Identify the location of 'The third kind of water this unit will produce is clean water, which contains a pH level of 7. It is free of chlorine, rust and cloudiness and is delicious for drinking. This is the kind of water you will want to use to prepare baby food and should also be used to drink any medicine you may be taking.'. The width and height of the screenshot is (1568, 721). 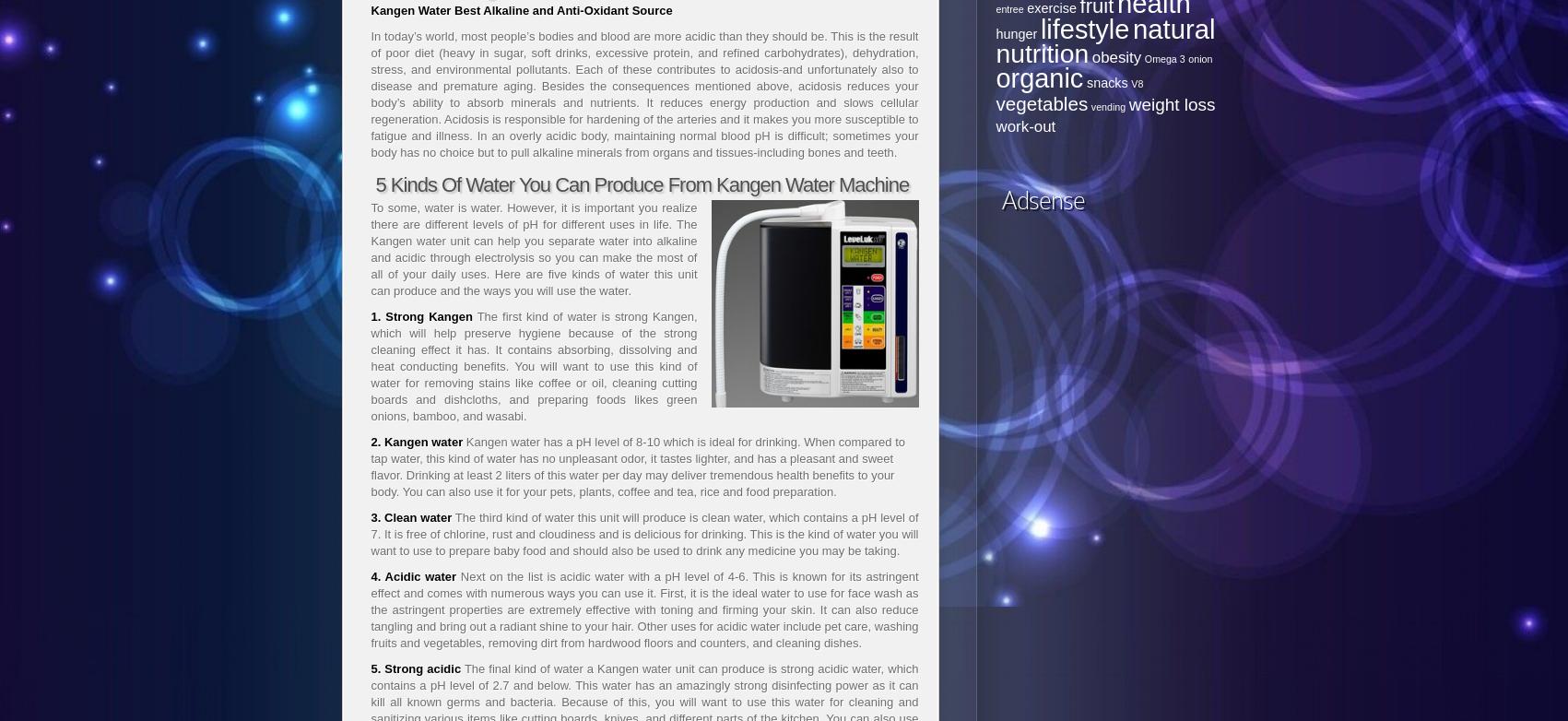
(369, 534).